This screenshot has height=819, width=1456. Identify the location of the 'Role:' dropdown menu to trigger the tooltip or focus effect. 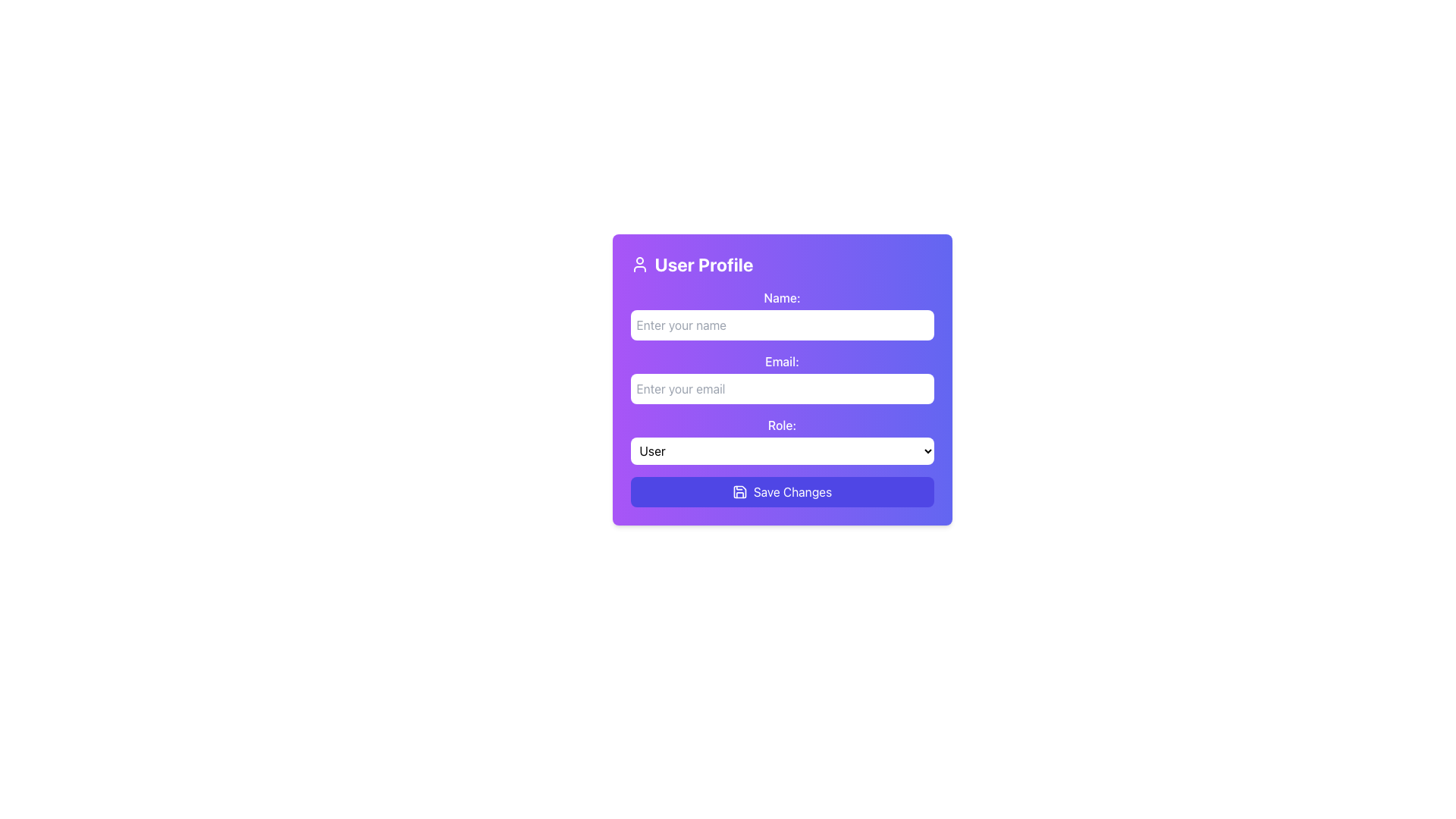
(782, 441).